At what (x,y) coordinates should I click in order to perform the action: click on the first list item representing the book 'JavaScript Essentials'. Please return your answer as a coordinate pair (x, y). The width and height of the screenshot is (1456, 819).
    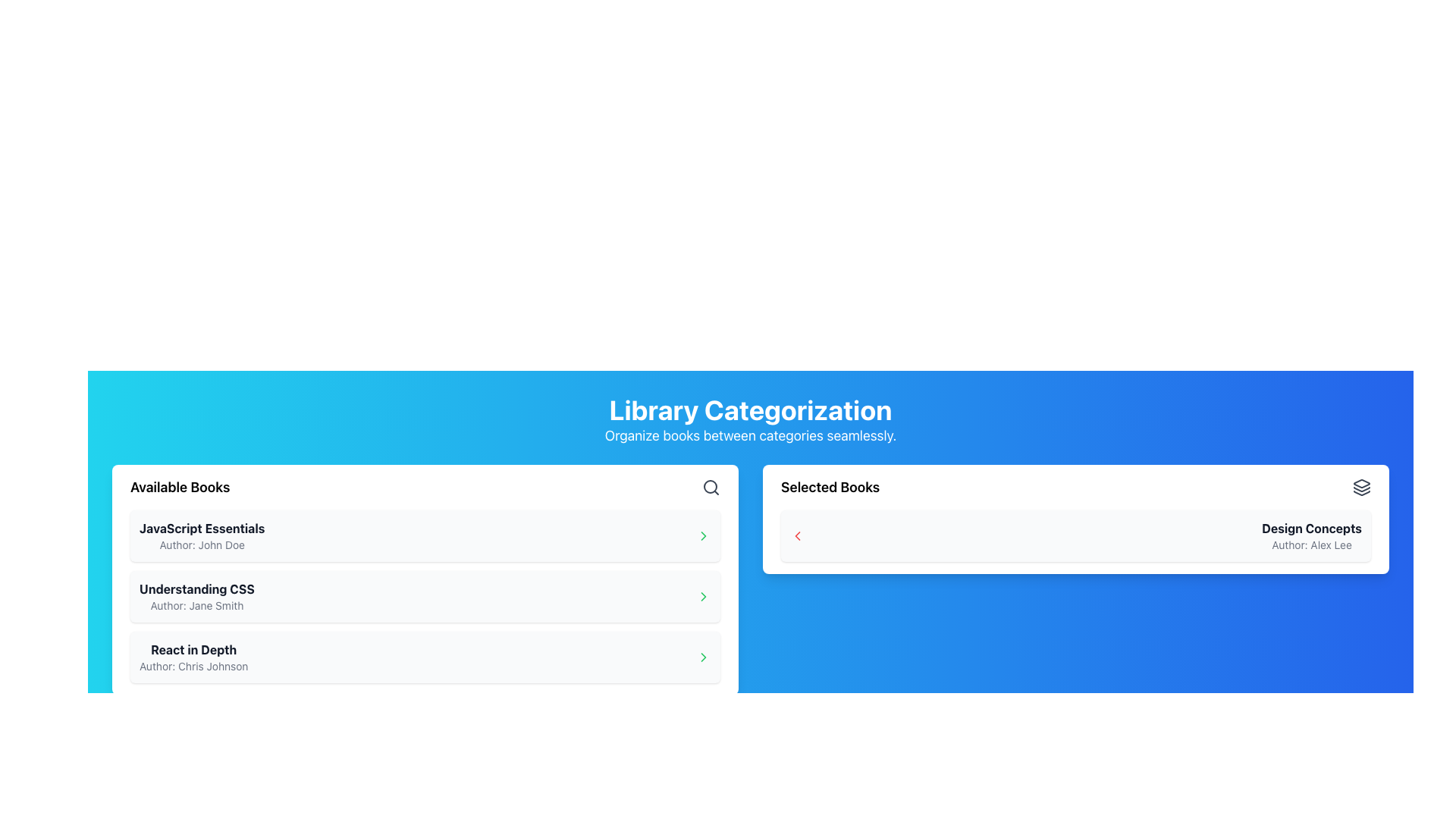
    Looking at the image, I should click on (425, 535).